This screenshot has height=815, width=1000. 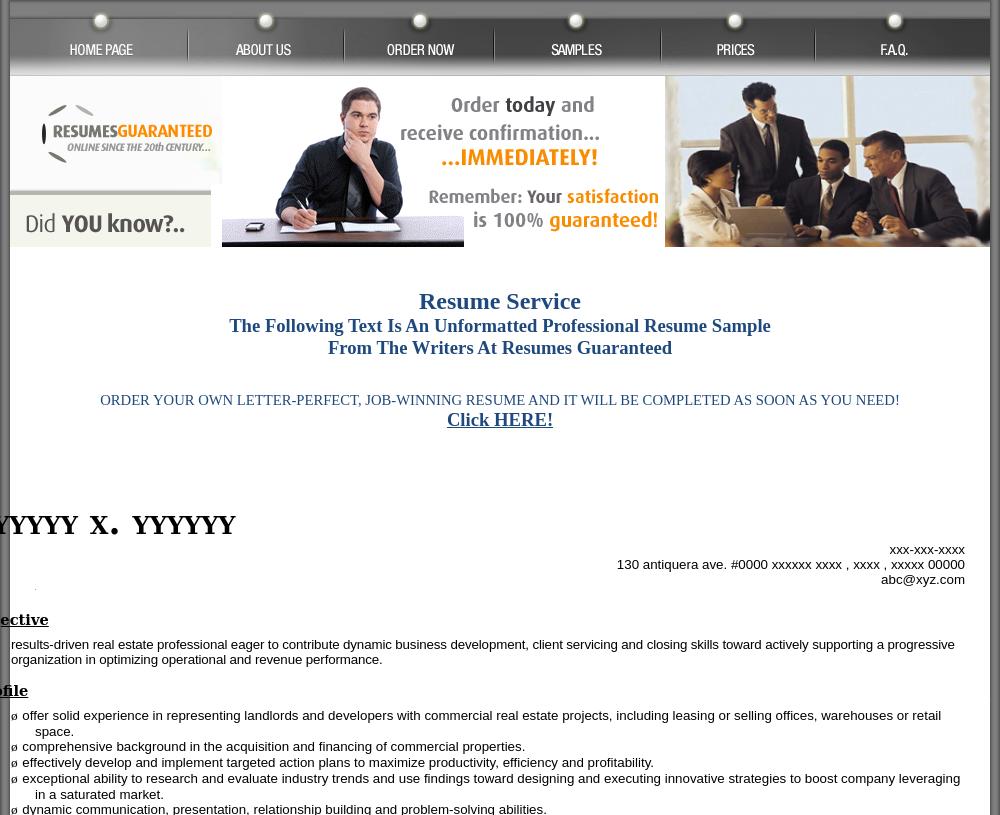 What do you see at coordinates (498, 399) in the screenshot?
I see `'ORDER YOUR OWN LETTER-PERFECT, JOB-WINNING RESUME AND IT WILL BE COMPLETED AS SOON AS YOU NEED!'` at bounding box center [498, 399].